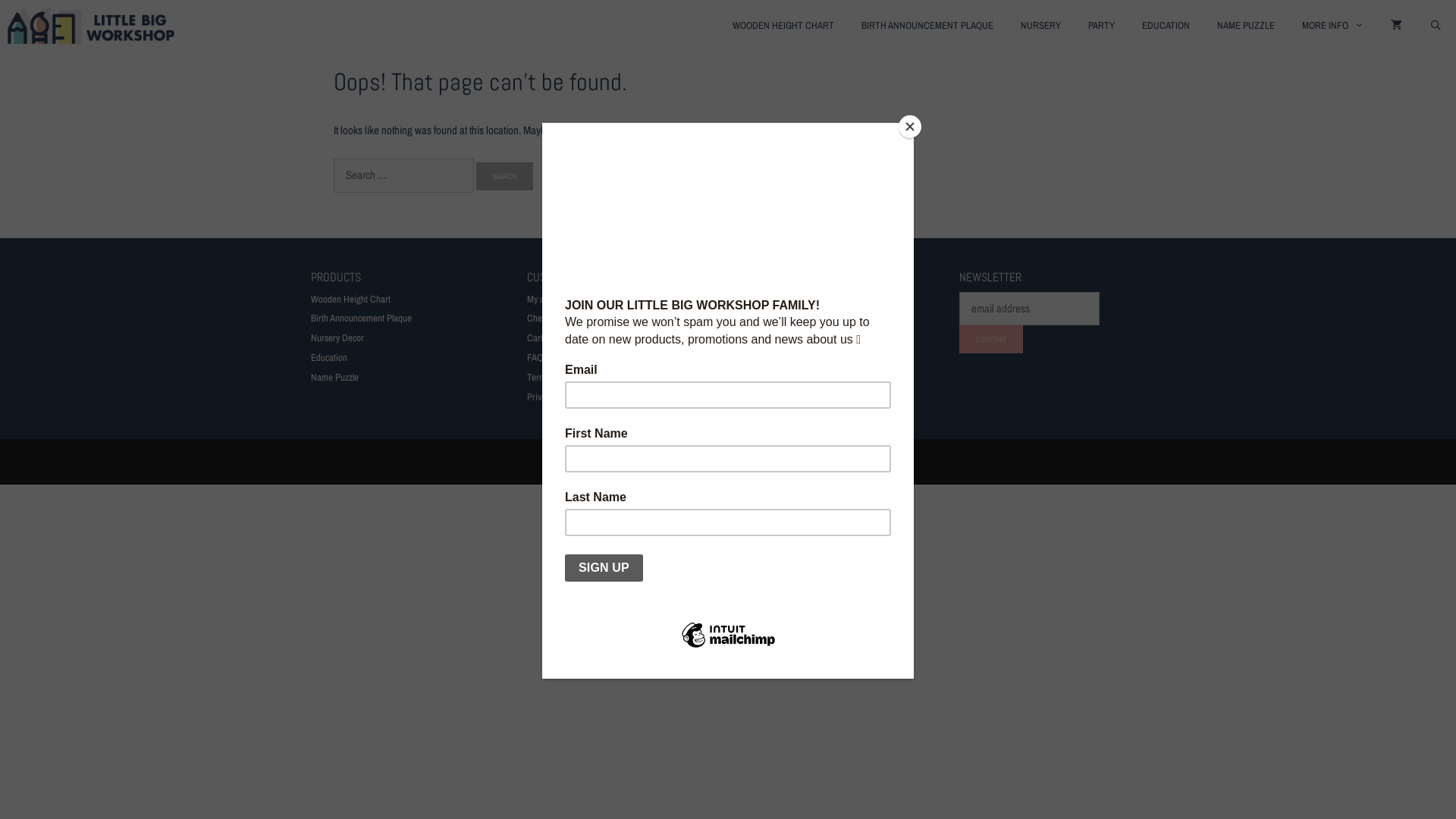 Image resolution: width=1456 pixels, height=819 pixels. I want to click on 'Cart', so click(535, 337).